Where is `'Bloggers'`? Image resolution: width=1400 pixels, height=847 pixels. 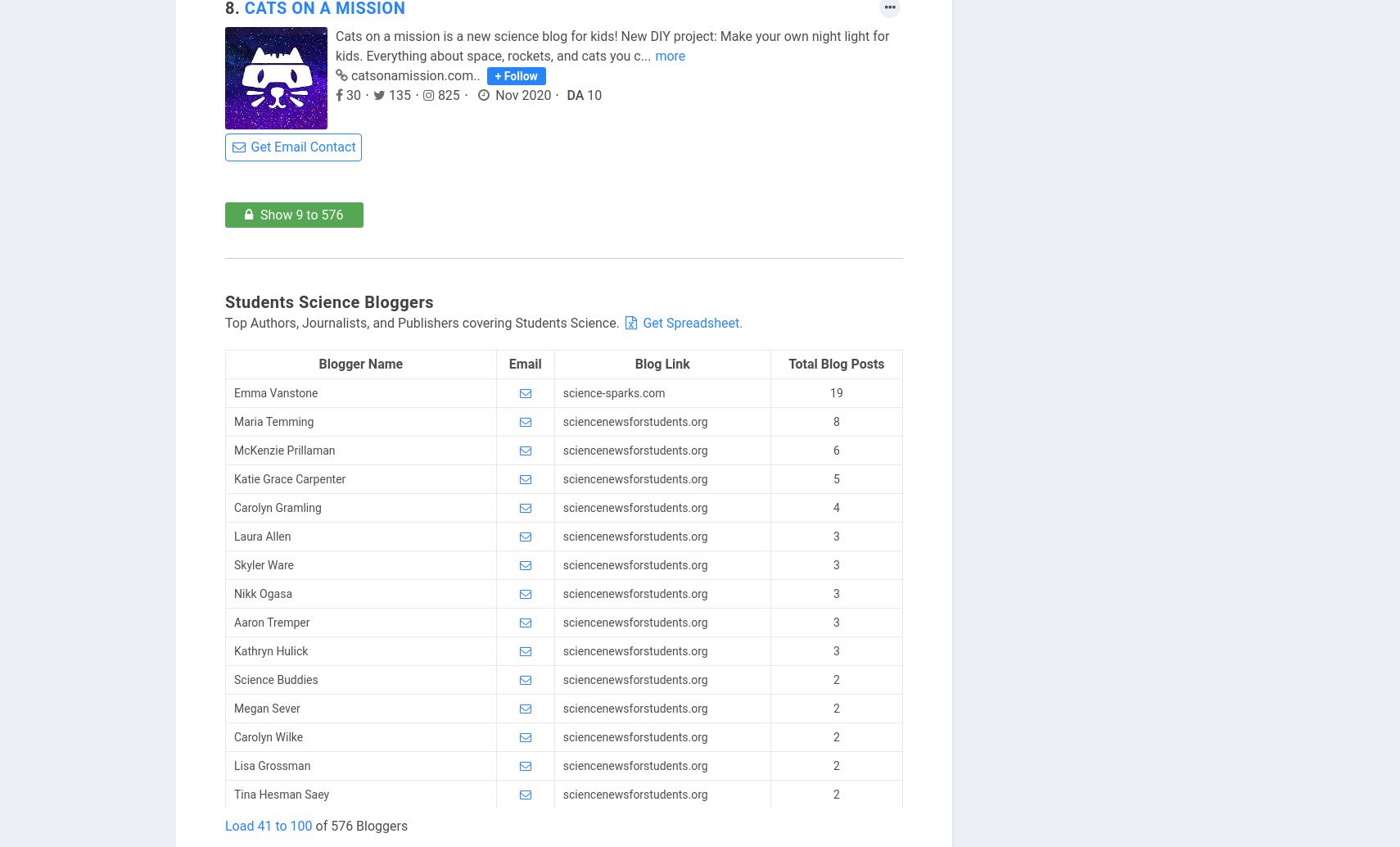
'Bloggers' is located at coordinates (399, 301).